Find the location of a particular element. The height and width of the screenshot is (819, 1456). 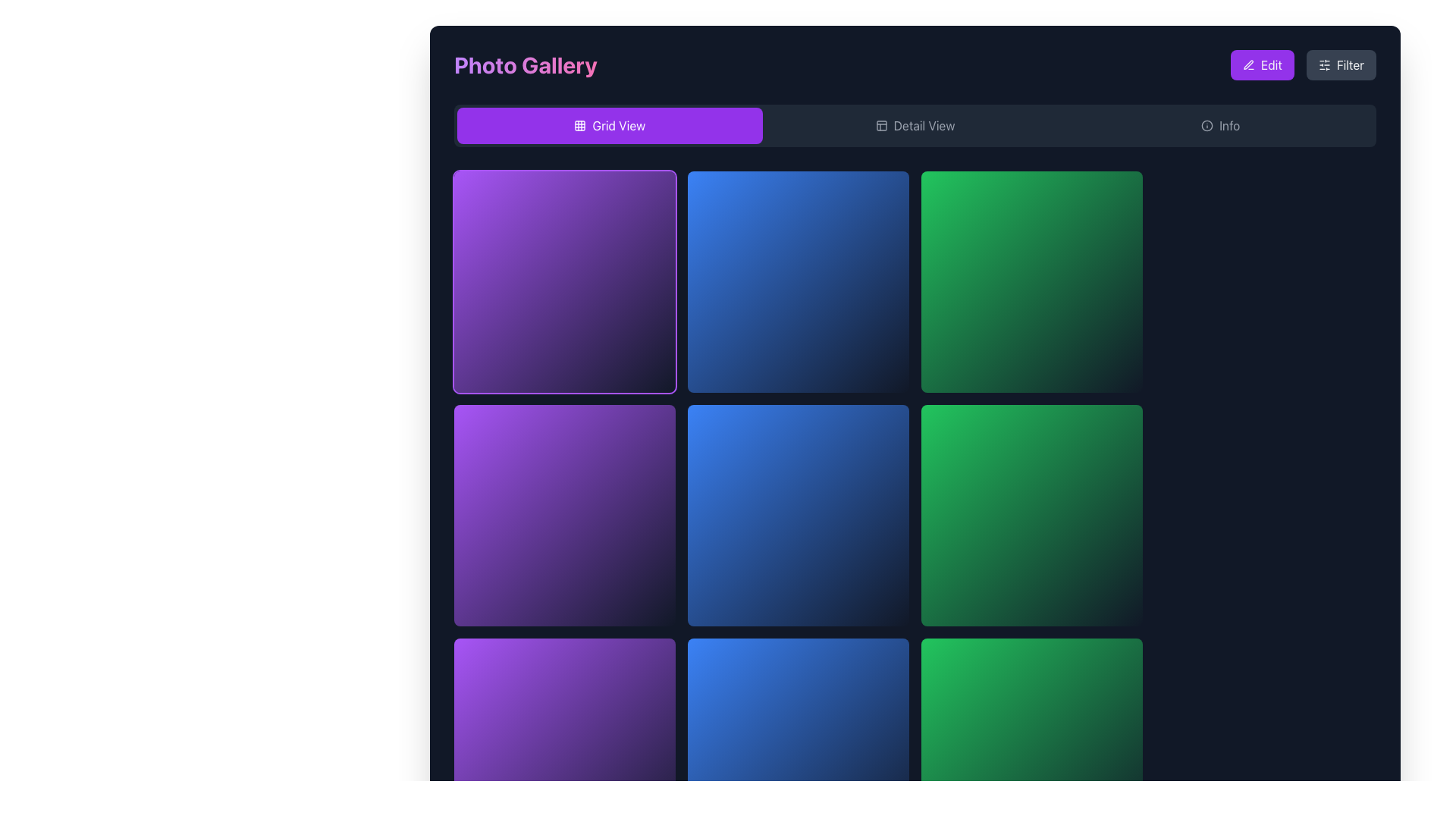

the clickable grid item or card component with a purple-to-indigo gradient background located in the second cell of the second row to trigger the group-hover style effect is located at coordinates (563, 514).